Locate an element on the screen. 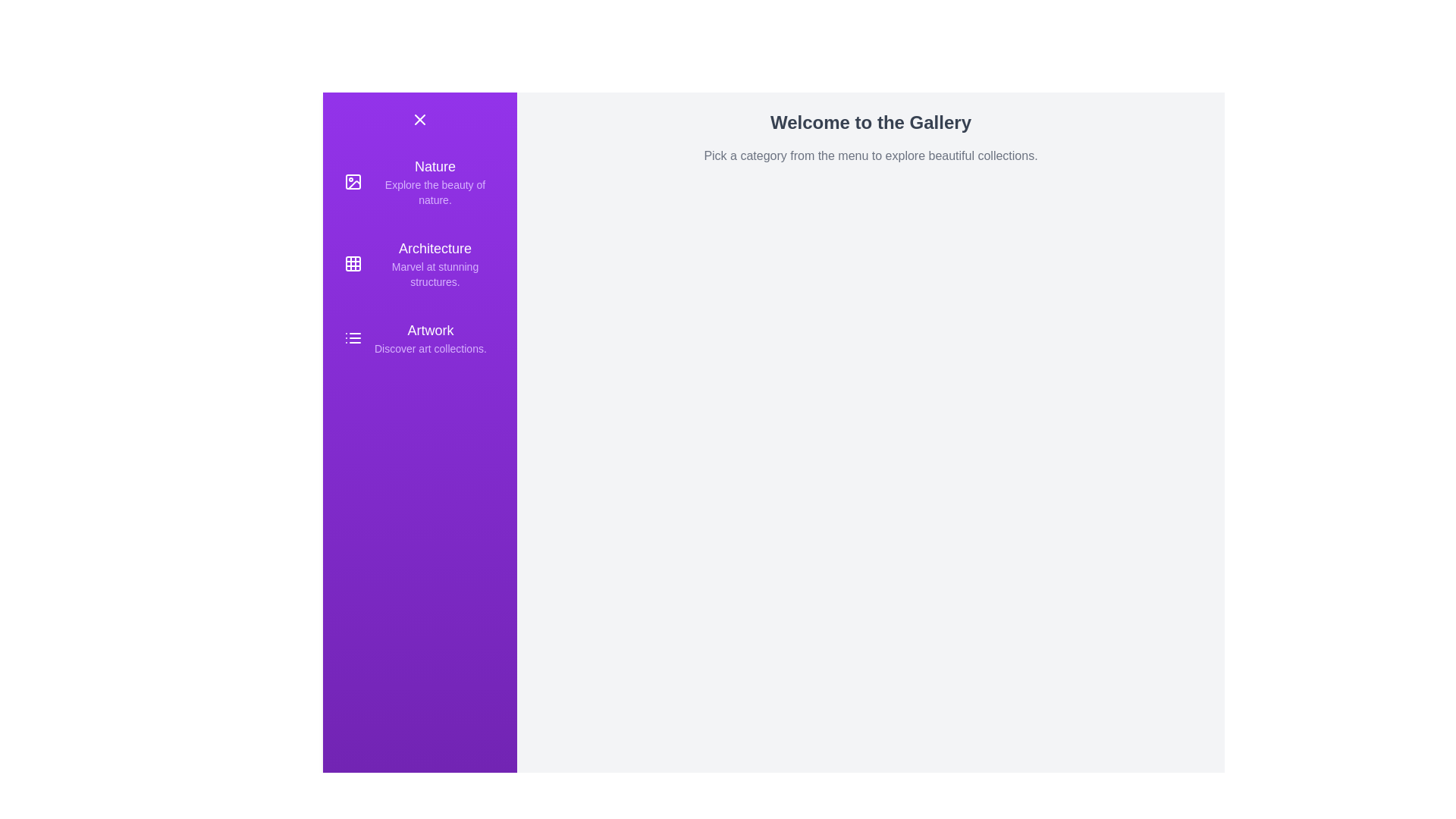 Image resolution: width=1456 pixels, height=819 pixels. the menu item corresponding to the category Nature is located at coordinates (419, 180).